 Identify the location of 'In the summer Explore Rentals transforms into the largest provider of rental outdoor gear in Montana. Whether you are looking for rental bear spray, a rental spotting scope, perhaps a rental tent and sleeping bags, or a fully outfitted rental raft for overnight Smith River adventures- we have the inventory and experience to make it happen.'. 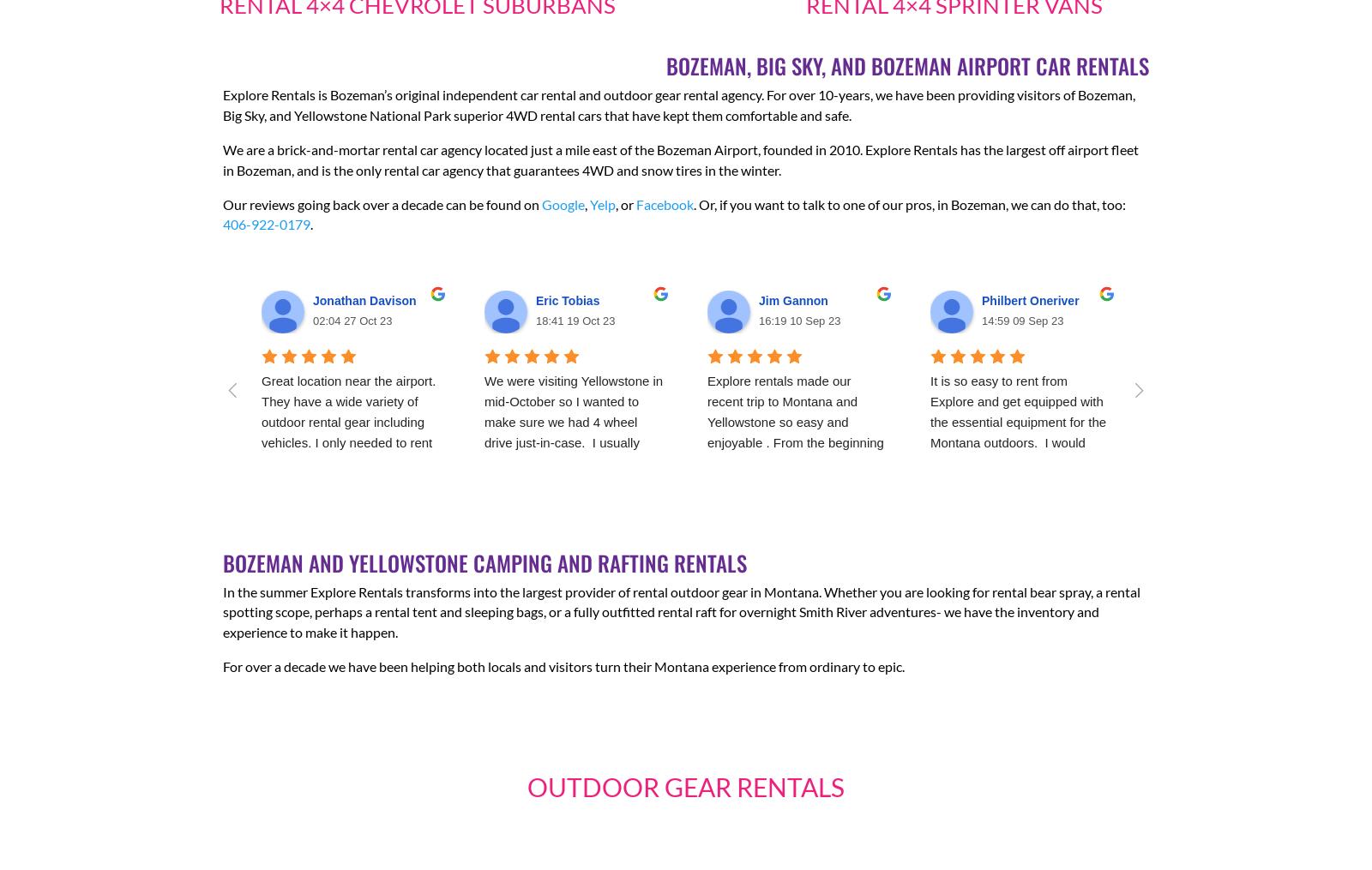
(682, 611).